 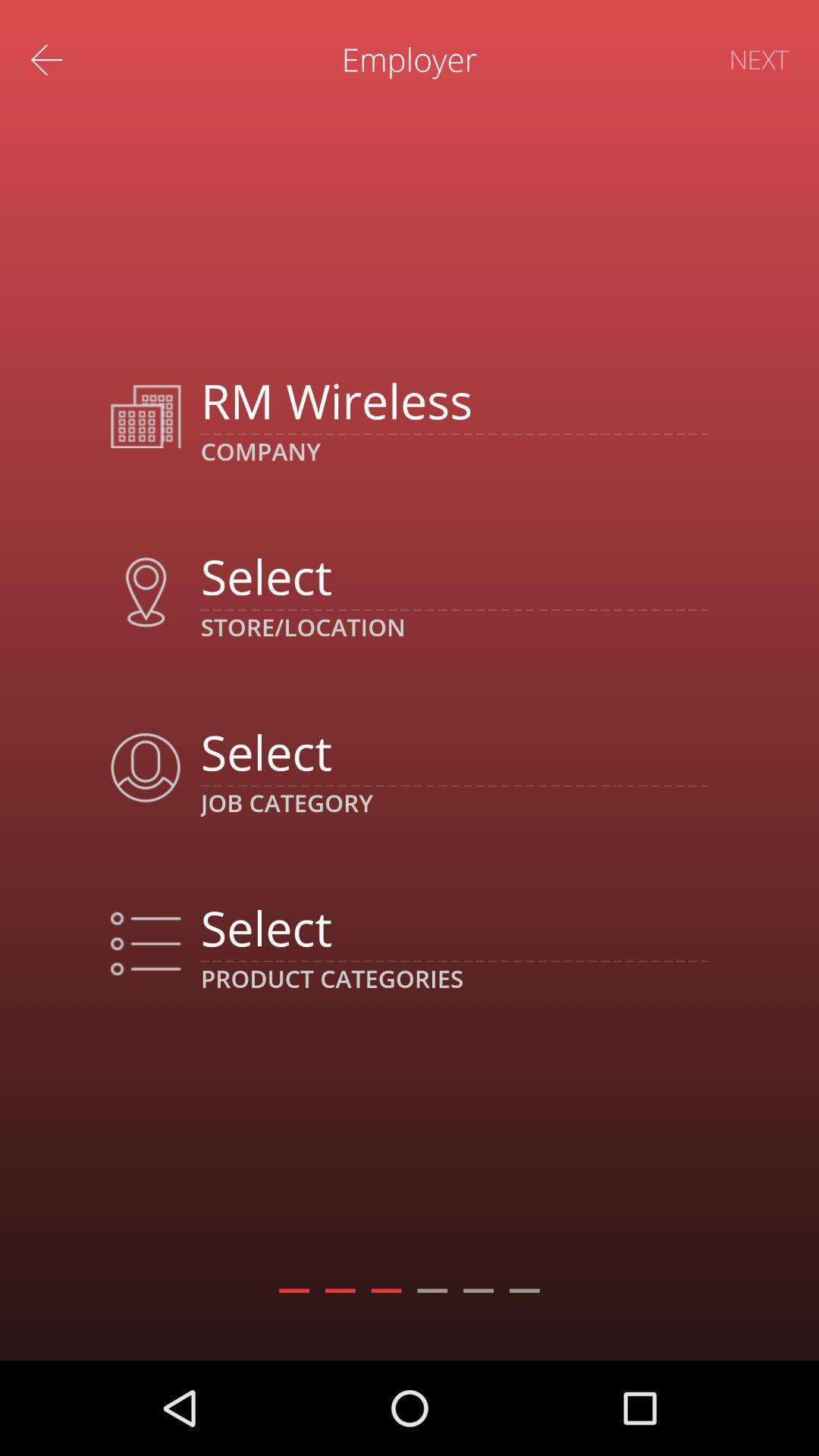 I want to click on job category drop down box, so click(x=453, y=752).